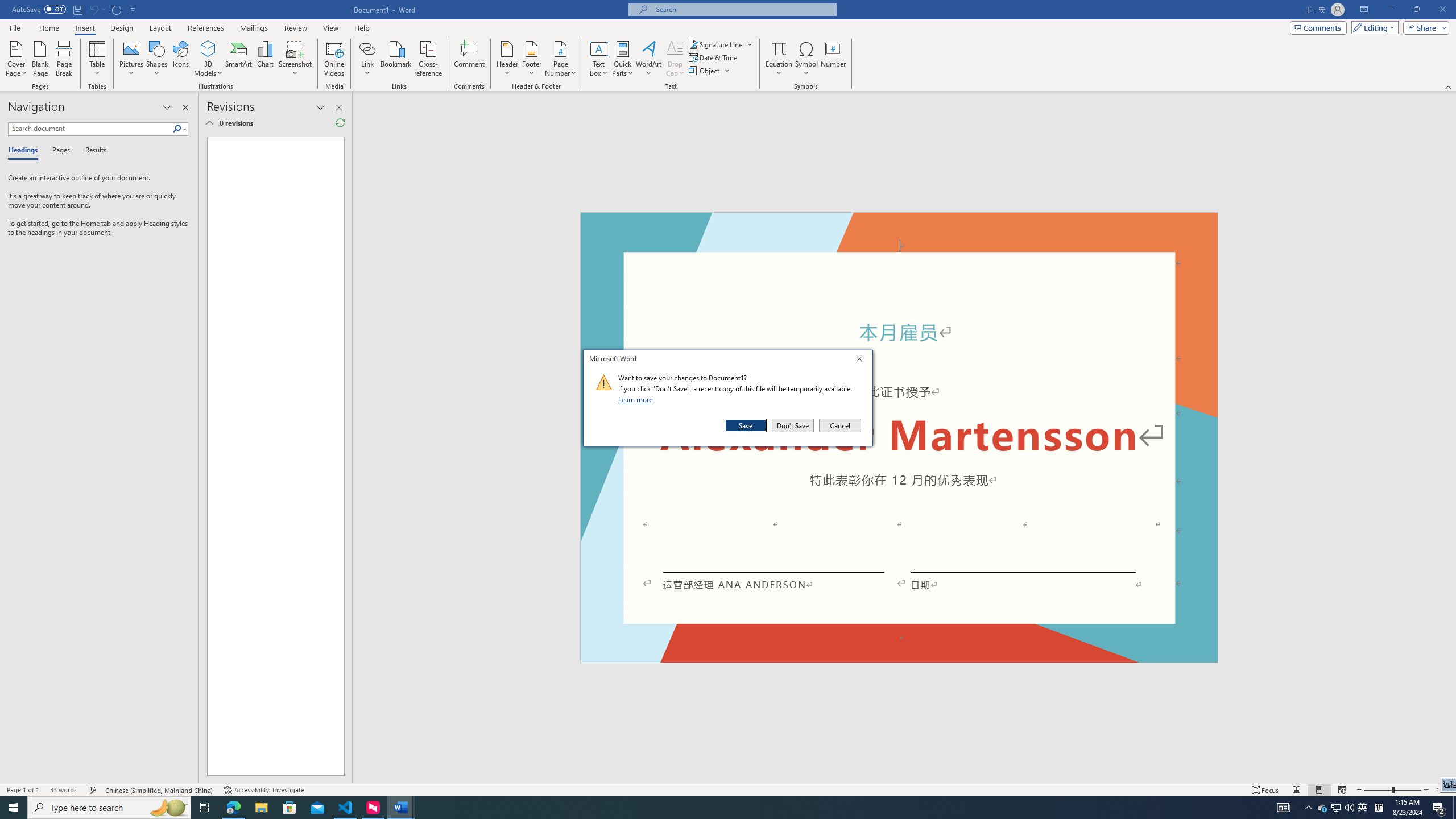  What do you see at coordinates (714, 56) in the screenshot?
I see `'Date & Time...'` at bounding box center [714, 56].